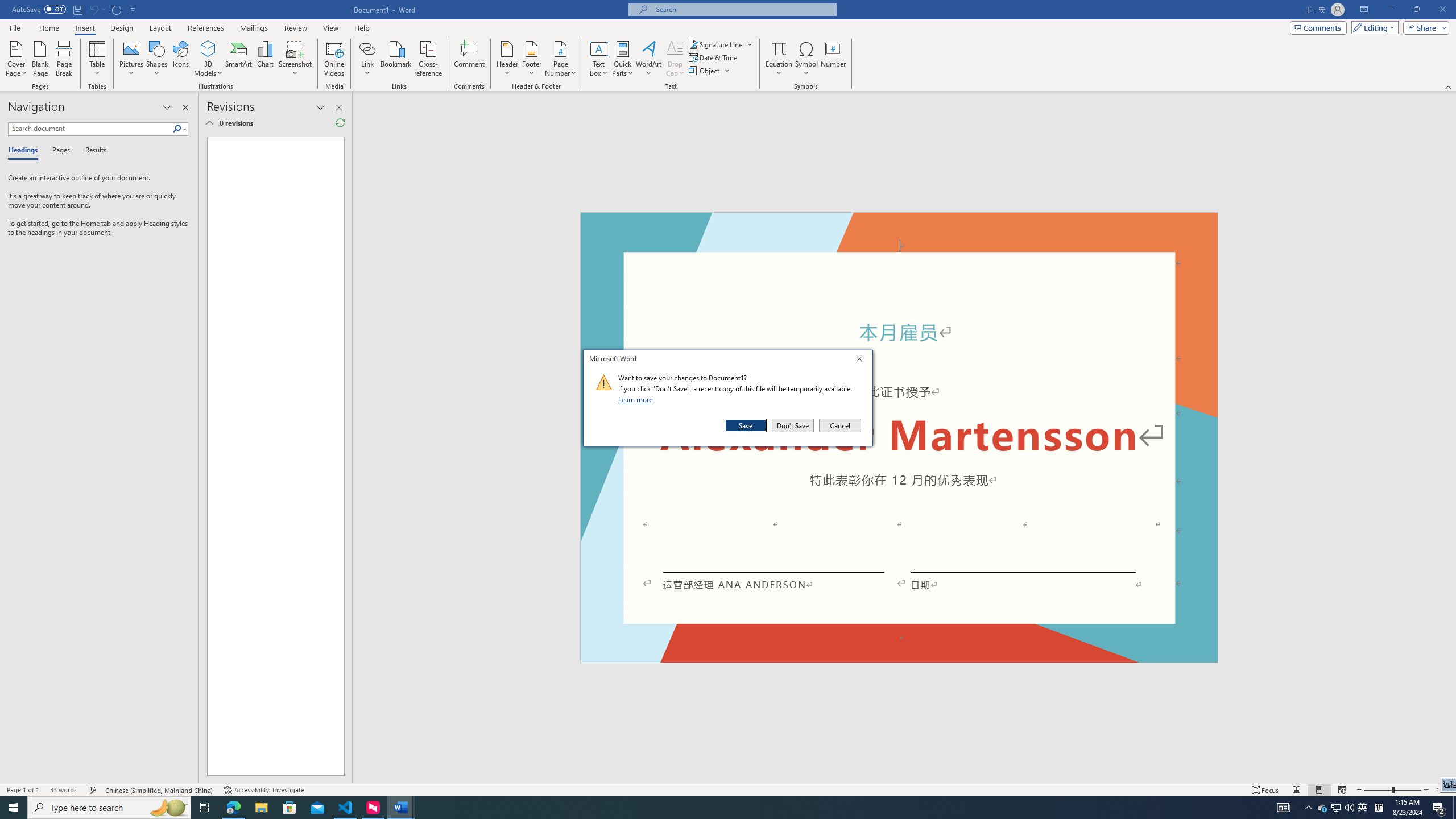  What do you see at coordinates (714, 56) in the screenshot?
I see `'Date & Time...'` at bounding box center [714, 56].